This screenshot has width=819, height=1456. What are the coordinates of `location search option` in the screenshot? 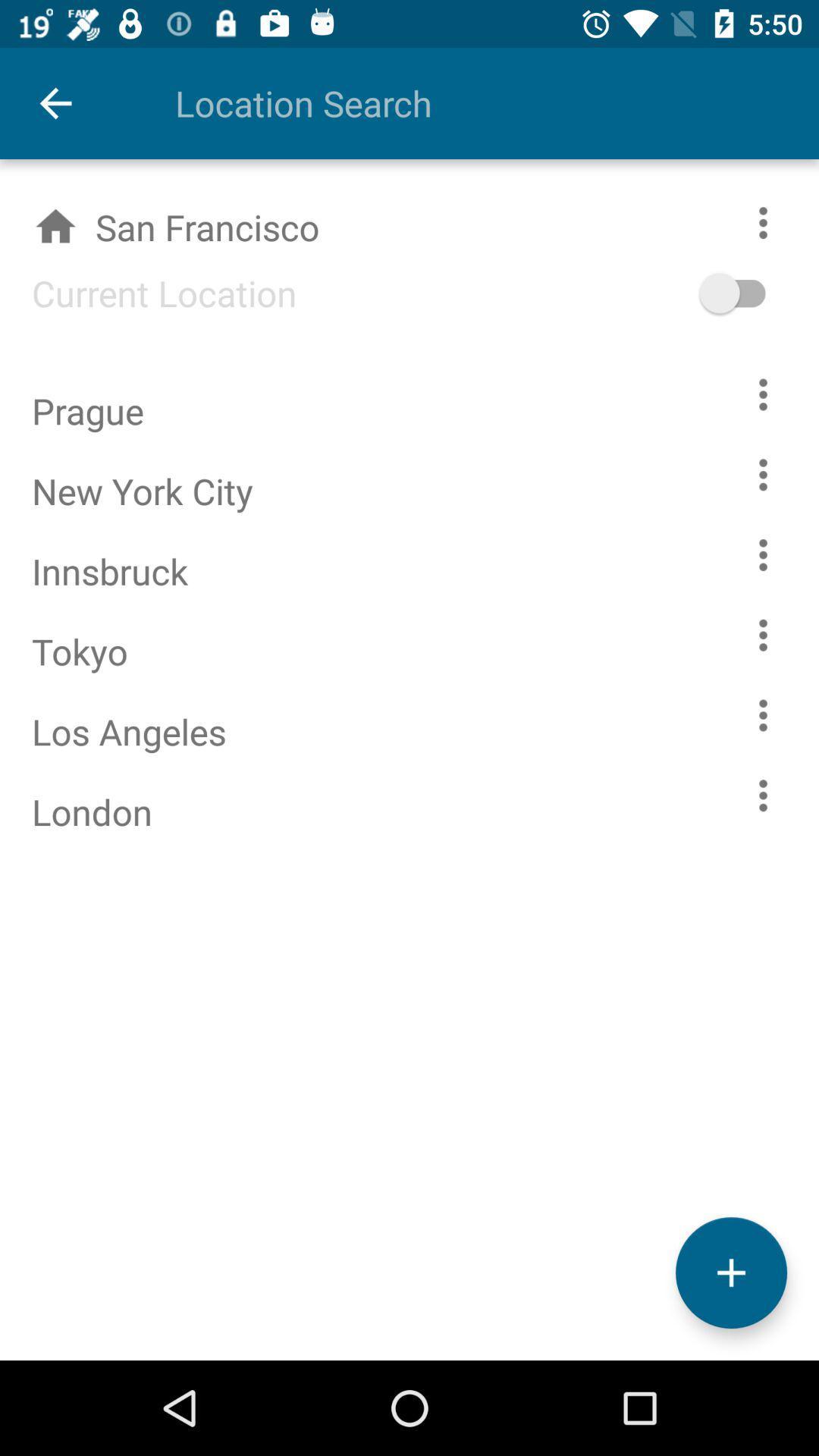 It's located at (464, 102).